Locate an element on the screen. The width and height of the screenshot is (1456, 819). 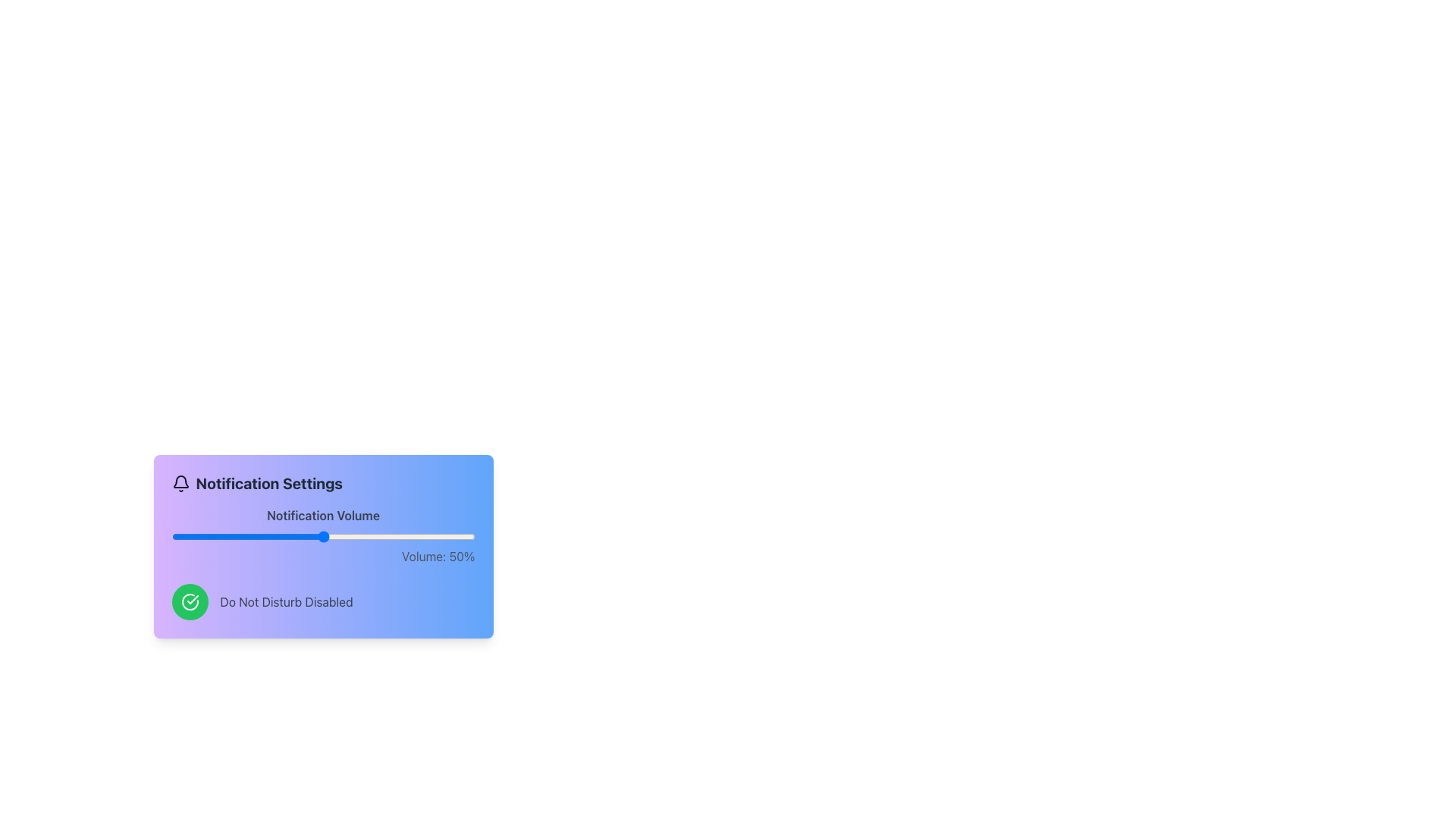
the notification volume is located at coordinates (328, 536).